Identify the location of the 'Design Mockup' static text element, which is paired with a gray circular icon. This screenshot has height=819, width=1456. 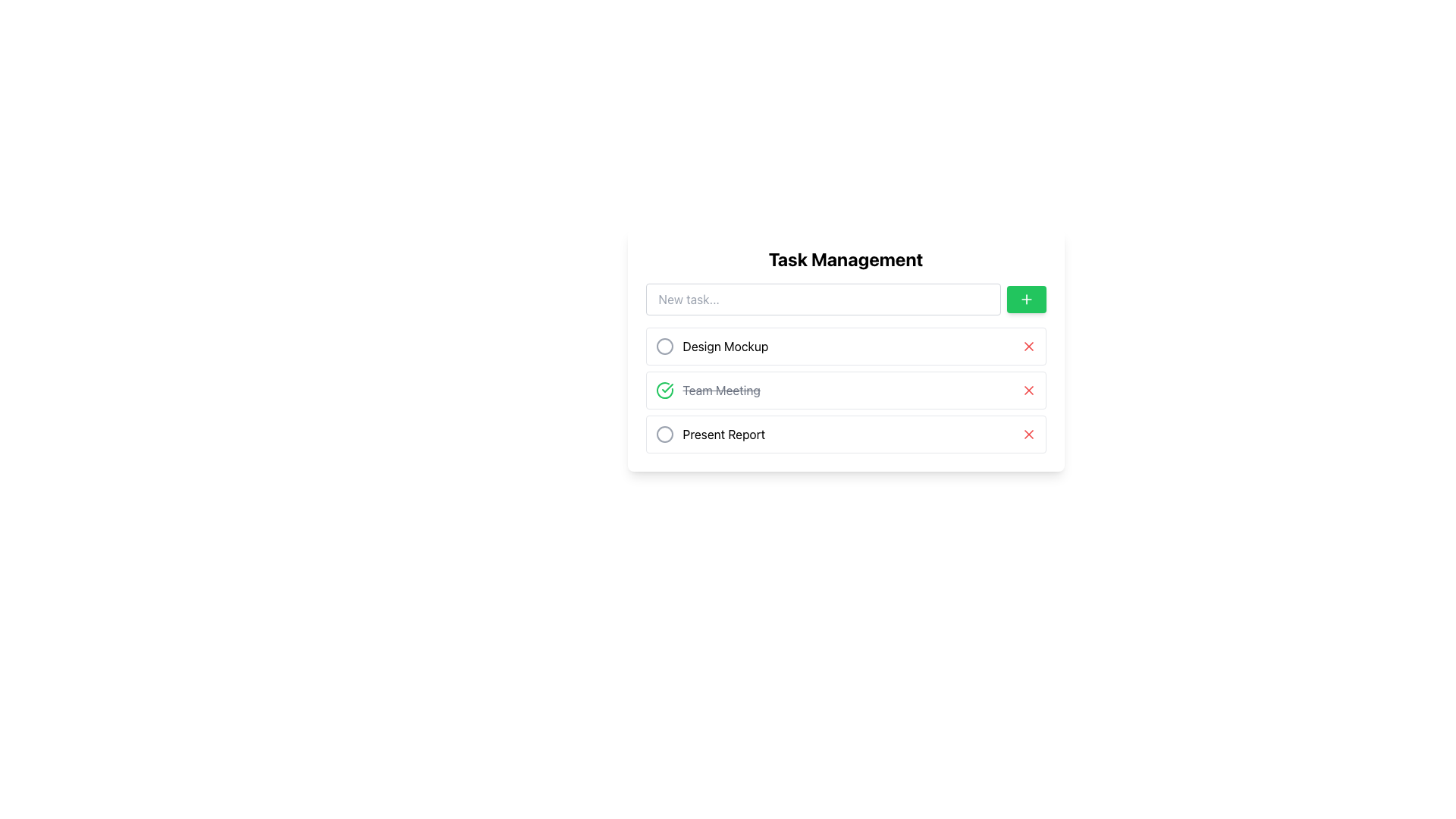
(711, 346).